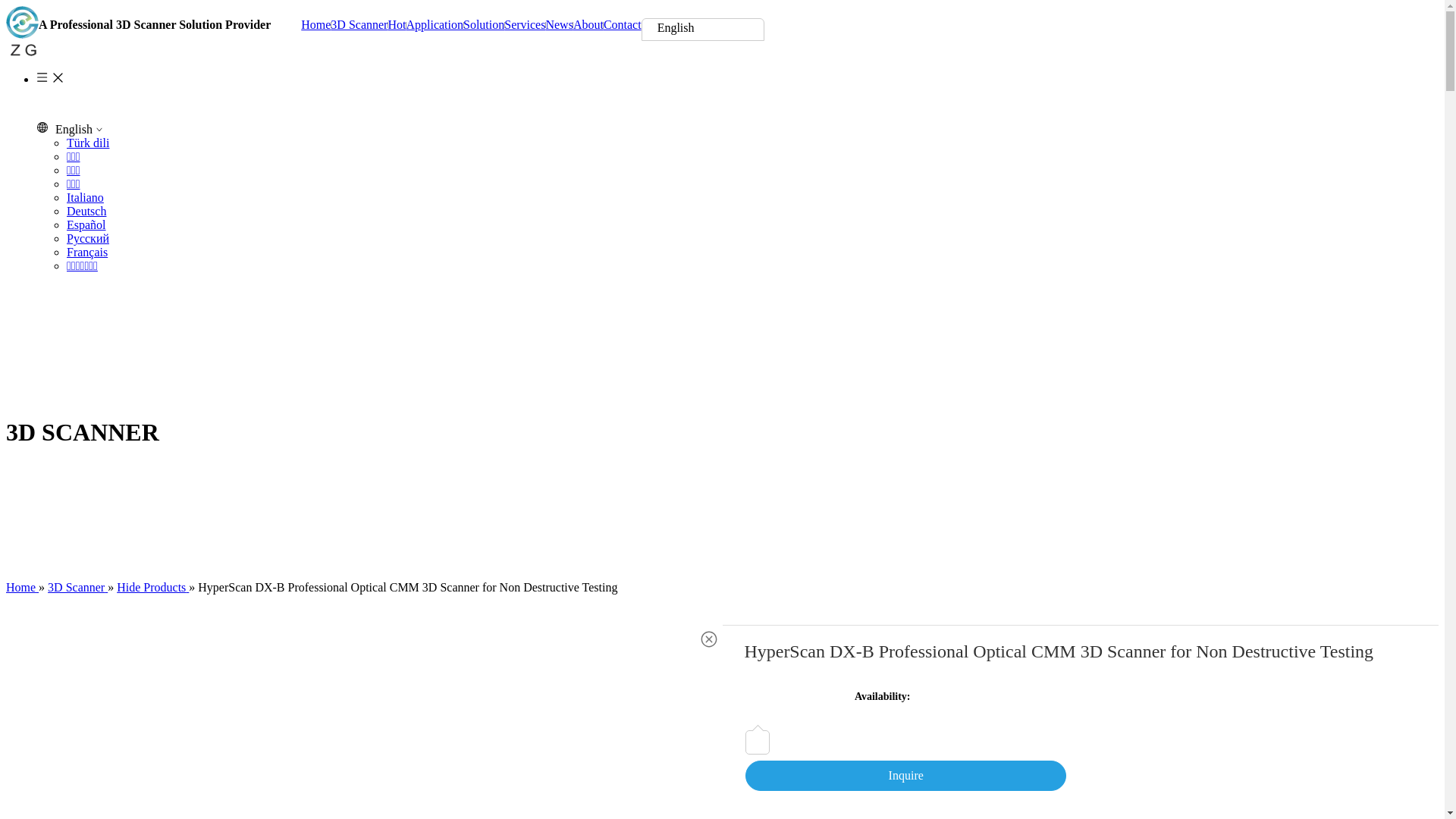 This screenshot has width=1456, height=819. Describe the element at coordinates (65, 211) in the screenshot. I see `'Deutsch'` at that location.